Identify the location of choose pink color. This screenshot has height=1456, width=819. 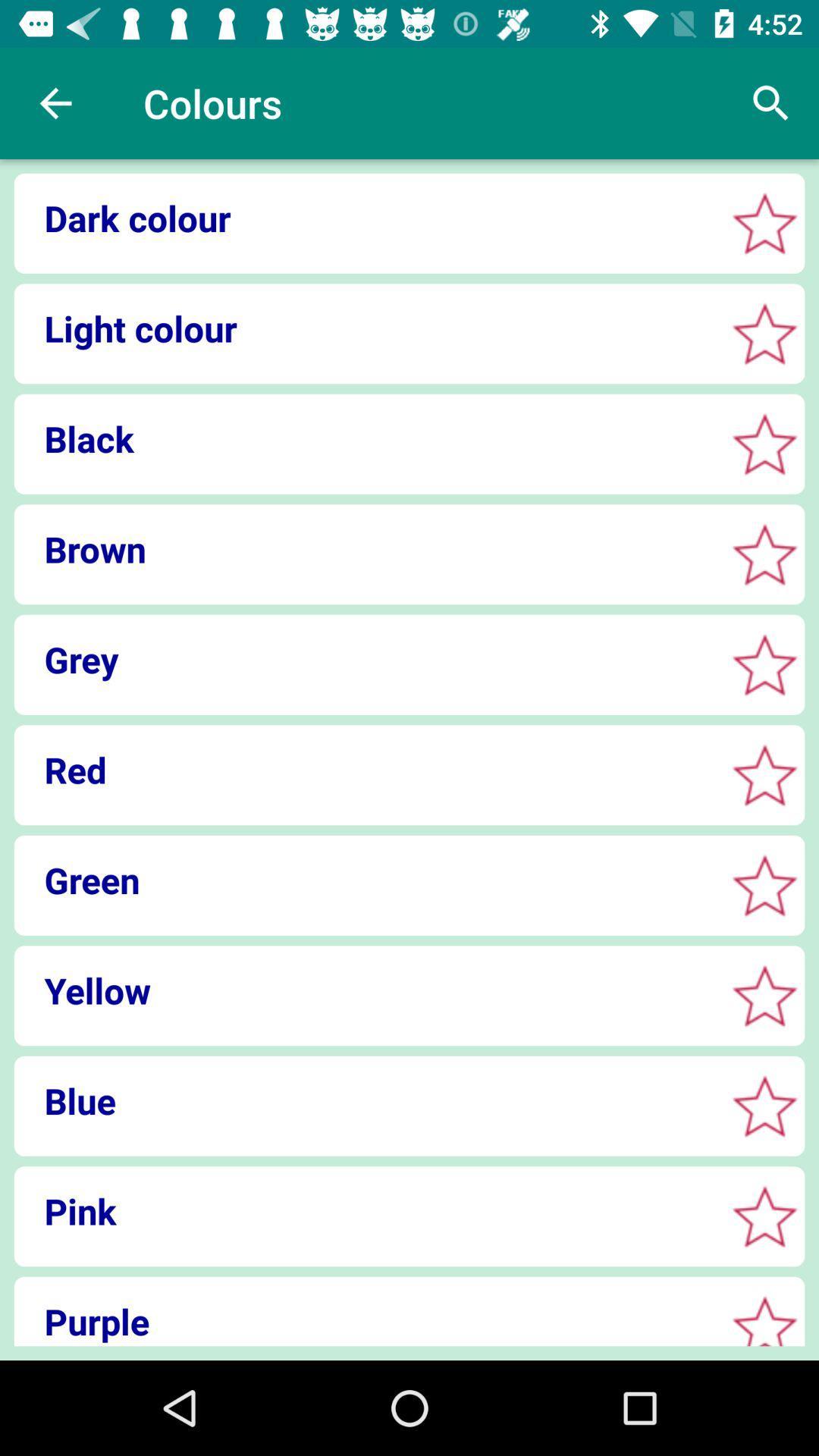
(764, 1216).